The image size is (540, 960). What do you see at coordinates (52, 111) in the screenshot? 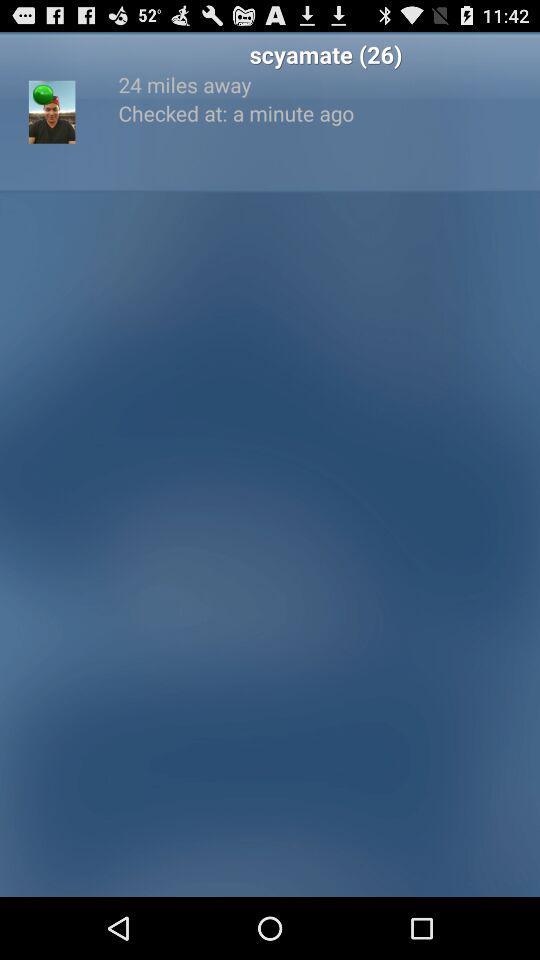
I see `the item to the left of 24 miles away item` at bounding box center [52, 111].